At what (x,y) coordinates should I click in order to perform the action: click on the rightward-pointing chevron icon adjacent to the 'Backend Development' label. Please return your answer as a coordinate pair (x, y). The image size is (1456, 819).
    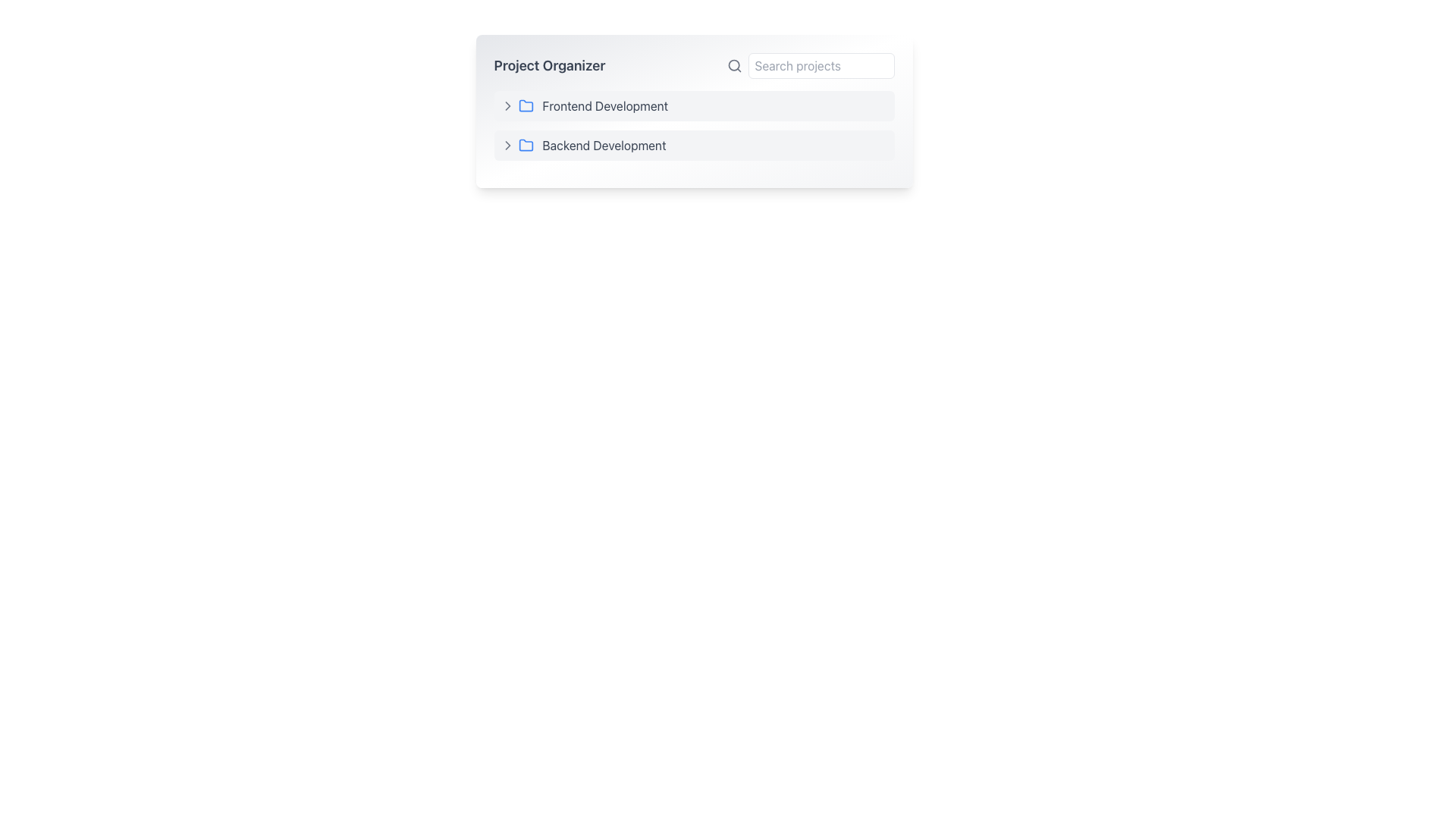
    Looking at the image, I should click on (507, 146).